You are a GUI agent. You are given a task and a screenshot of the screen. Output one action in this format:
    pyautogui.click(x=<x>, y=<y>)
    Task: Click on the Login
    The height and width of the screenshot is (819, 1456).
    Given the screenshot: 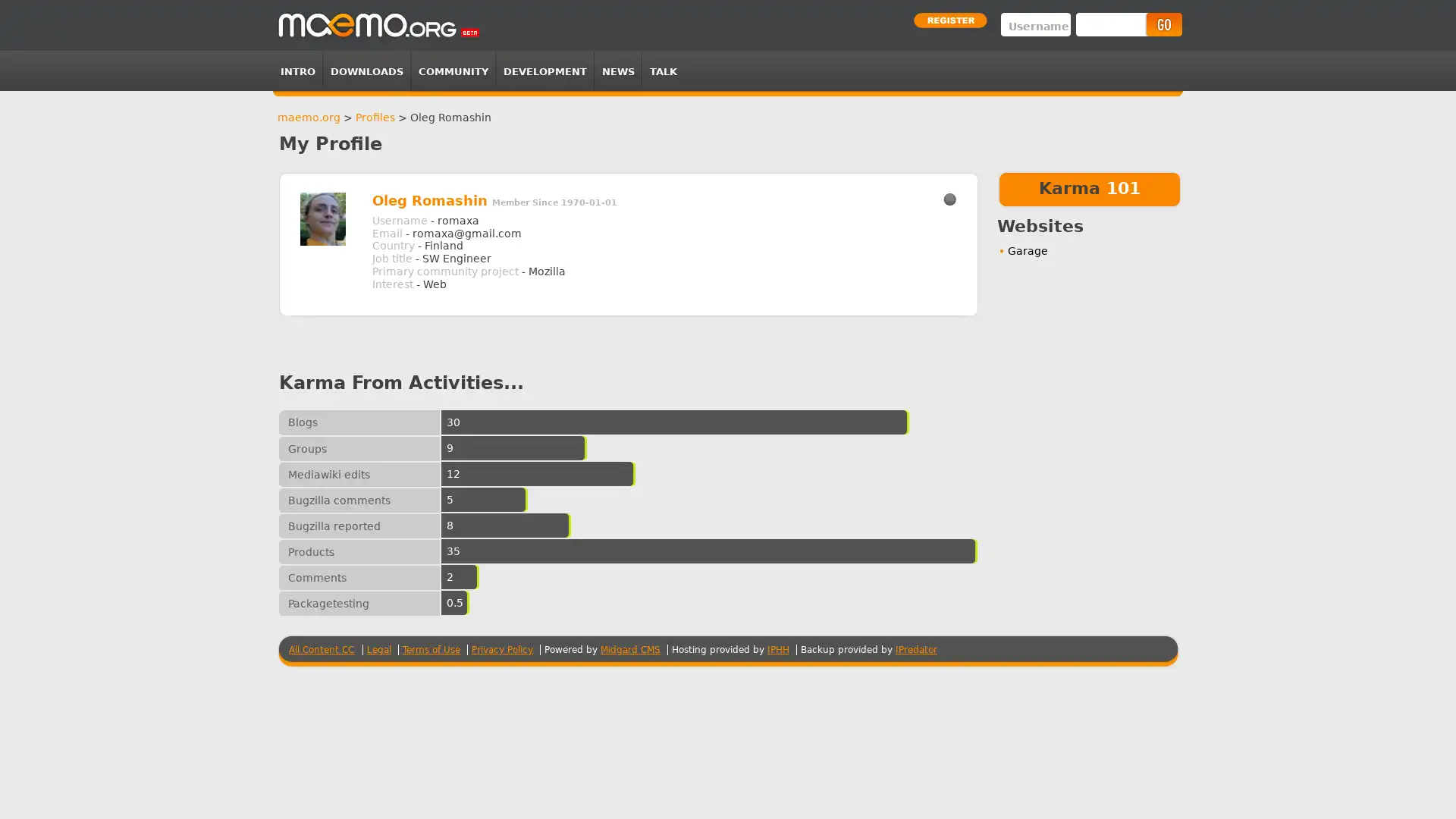 What is the action you would take?
    pyautogui.click(x=1163, y=24)
    